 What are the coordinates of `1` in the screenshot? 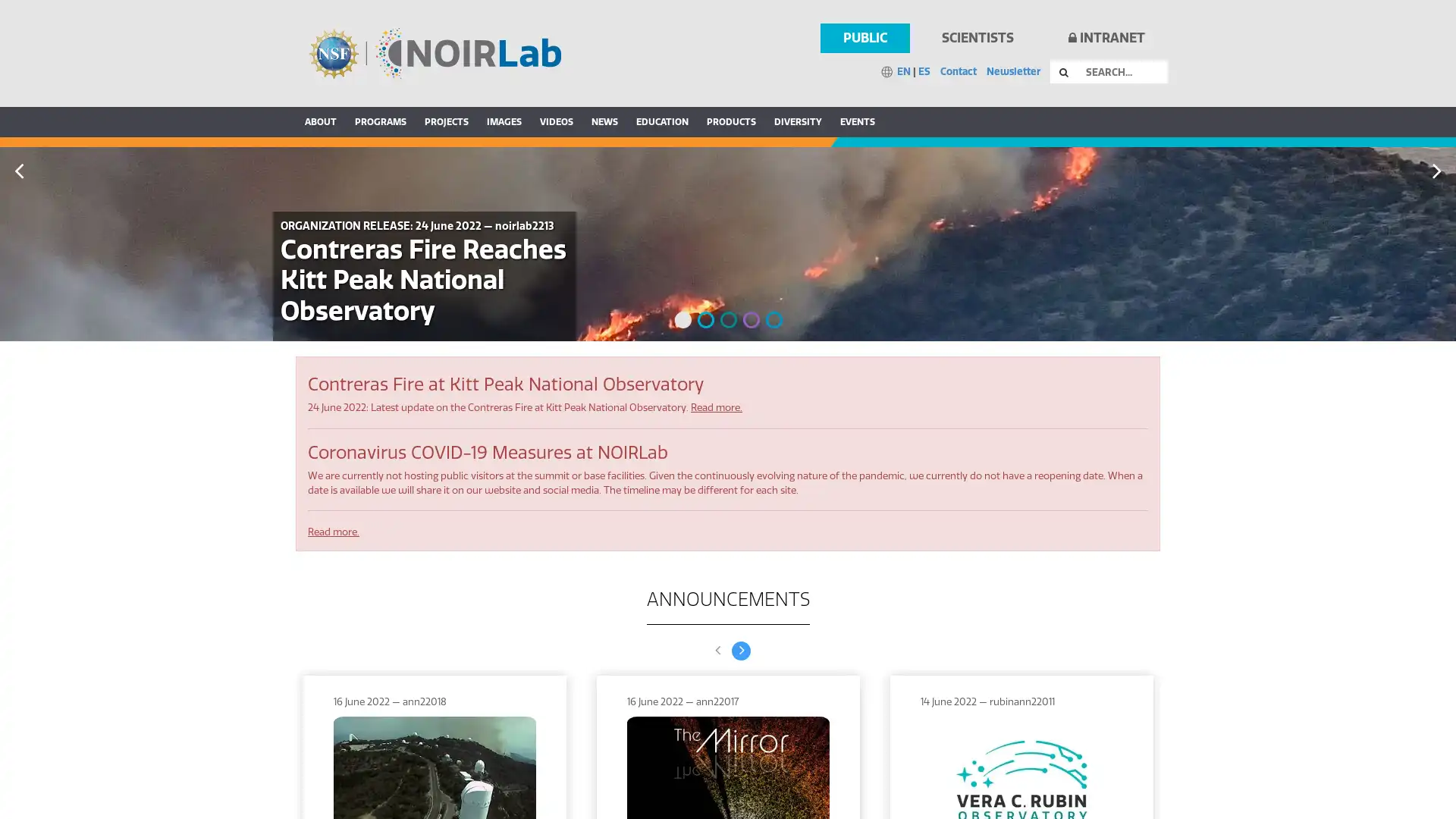 It's located at (682, 466).